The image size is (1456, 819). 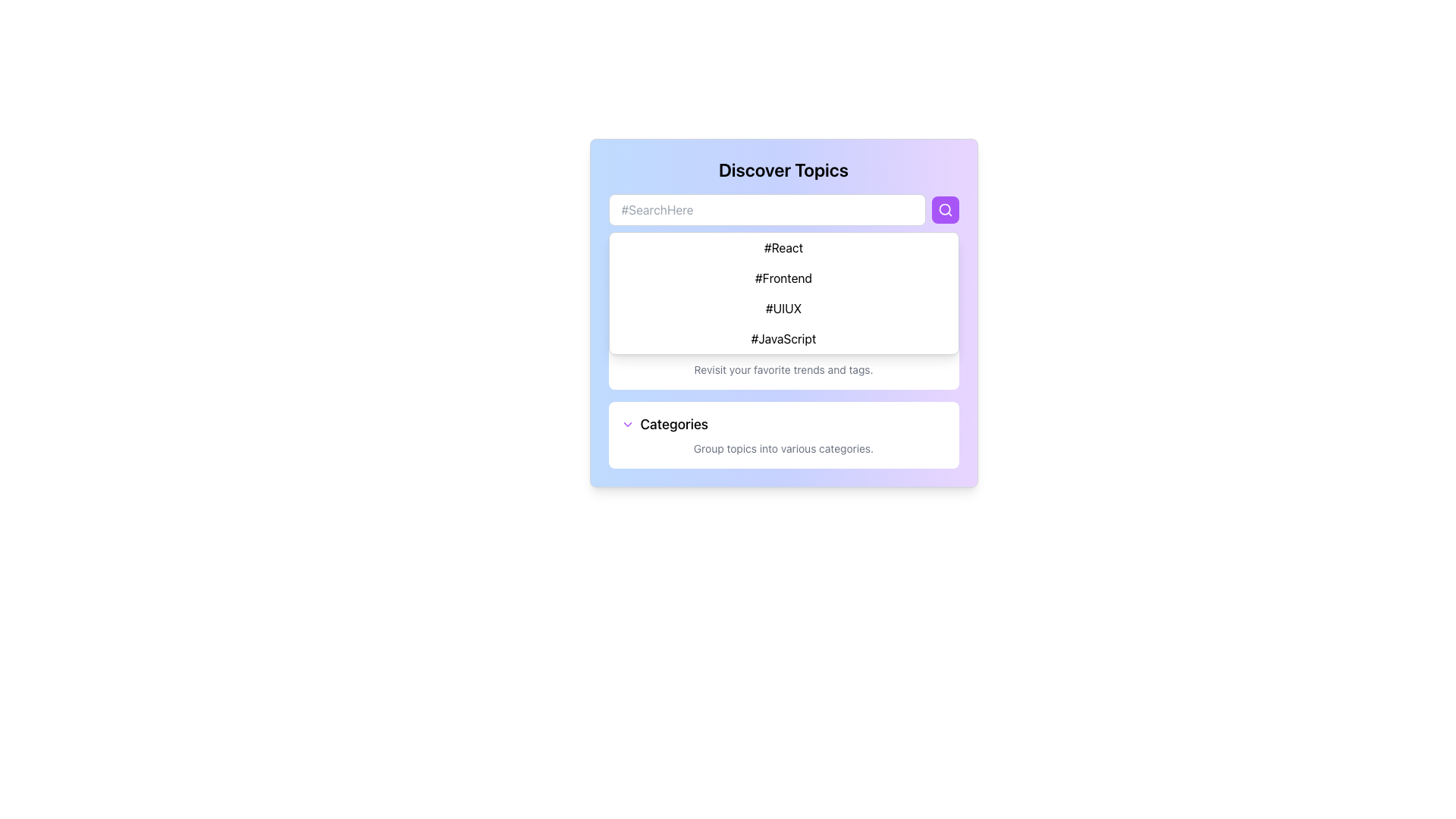 I want to click on the dropdown list containing the hashtags (#React, #Frontend, #UIUX, #JavaScript), so click(x=783, y=293).